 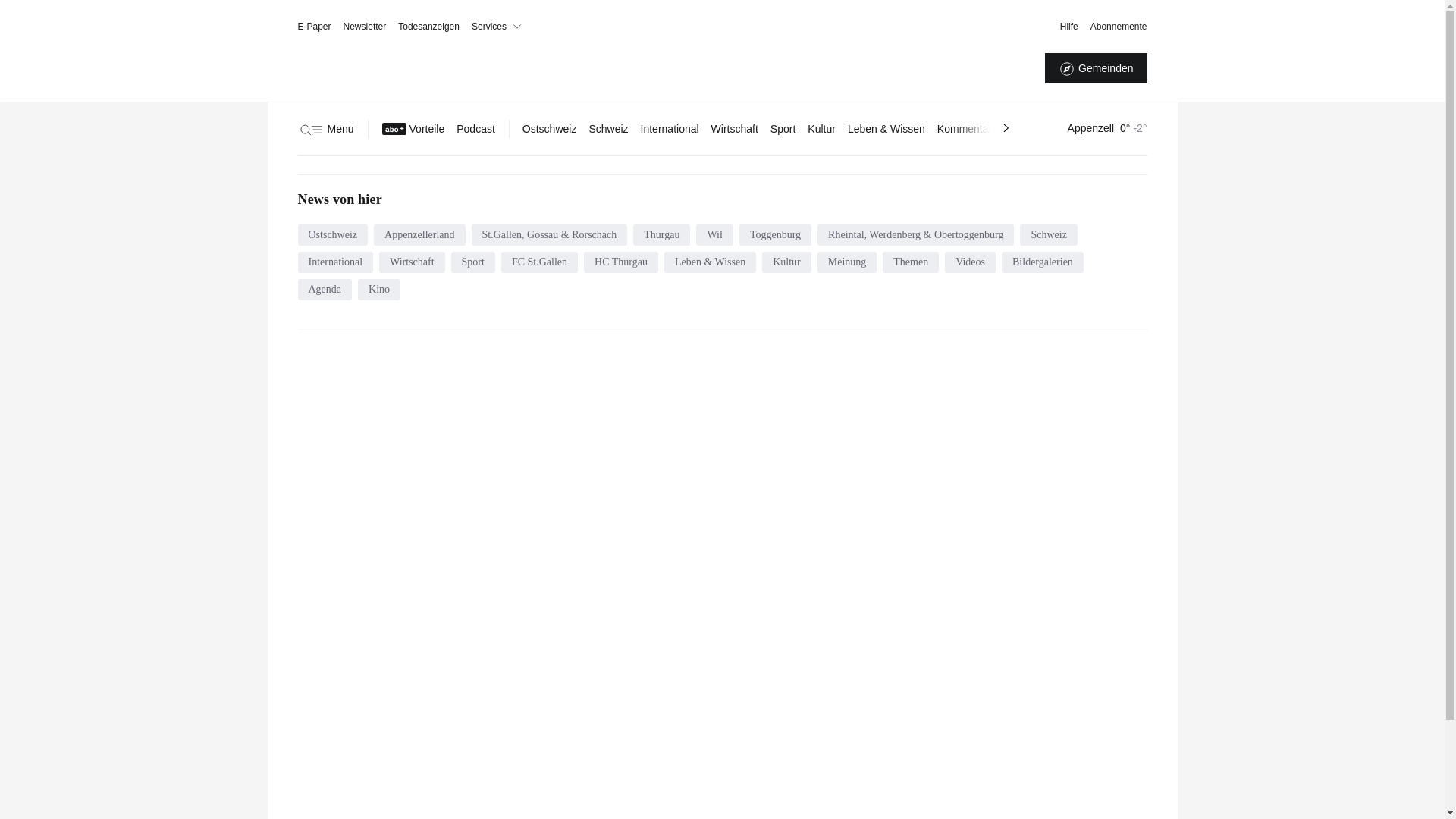 I want to click on 'FC St.Gallen', so click(x=539, y=262).